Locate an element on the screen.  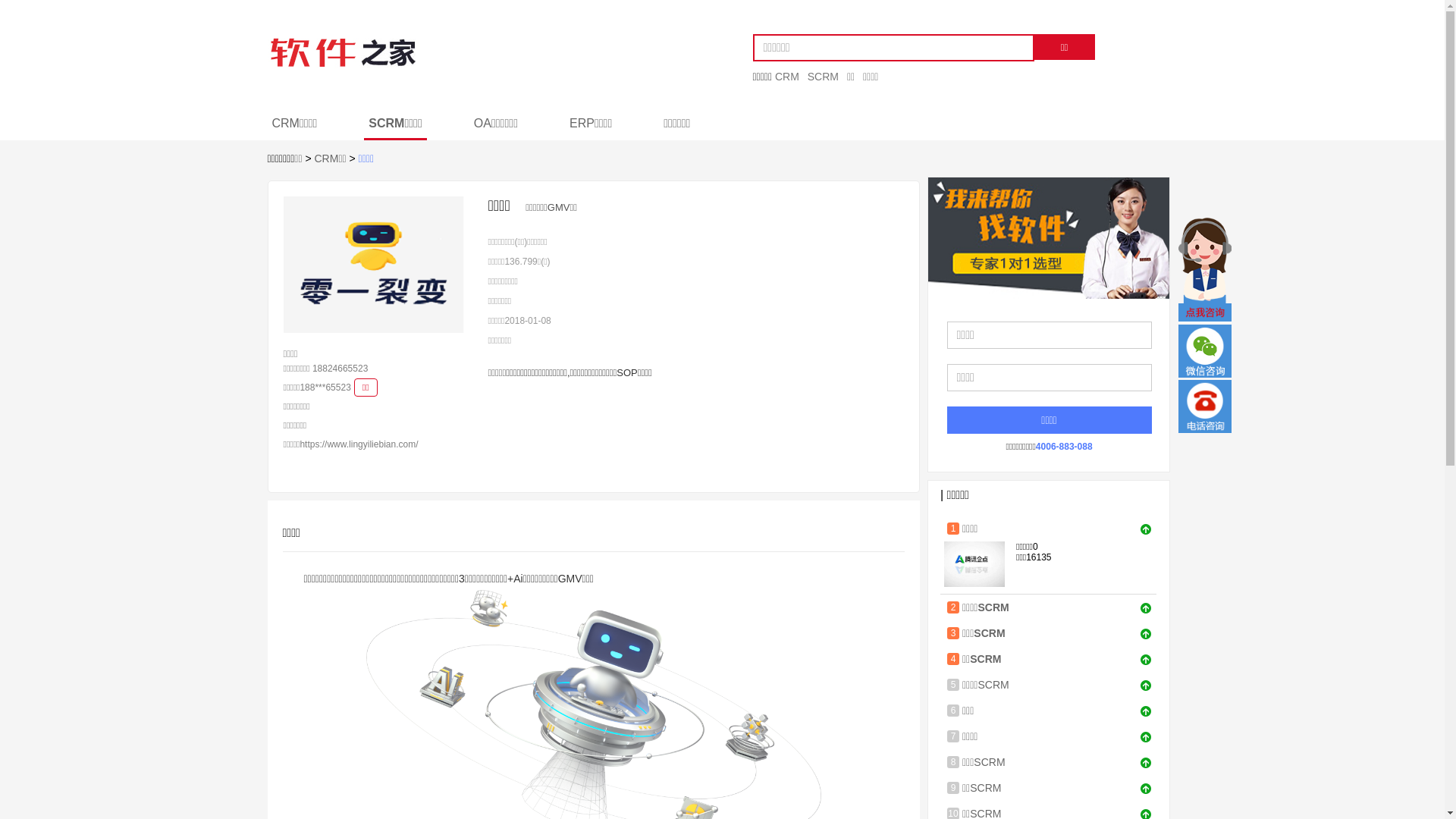
'CRM' is located at coordinates (789, 76).